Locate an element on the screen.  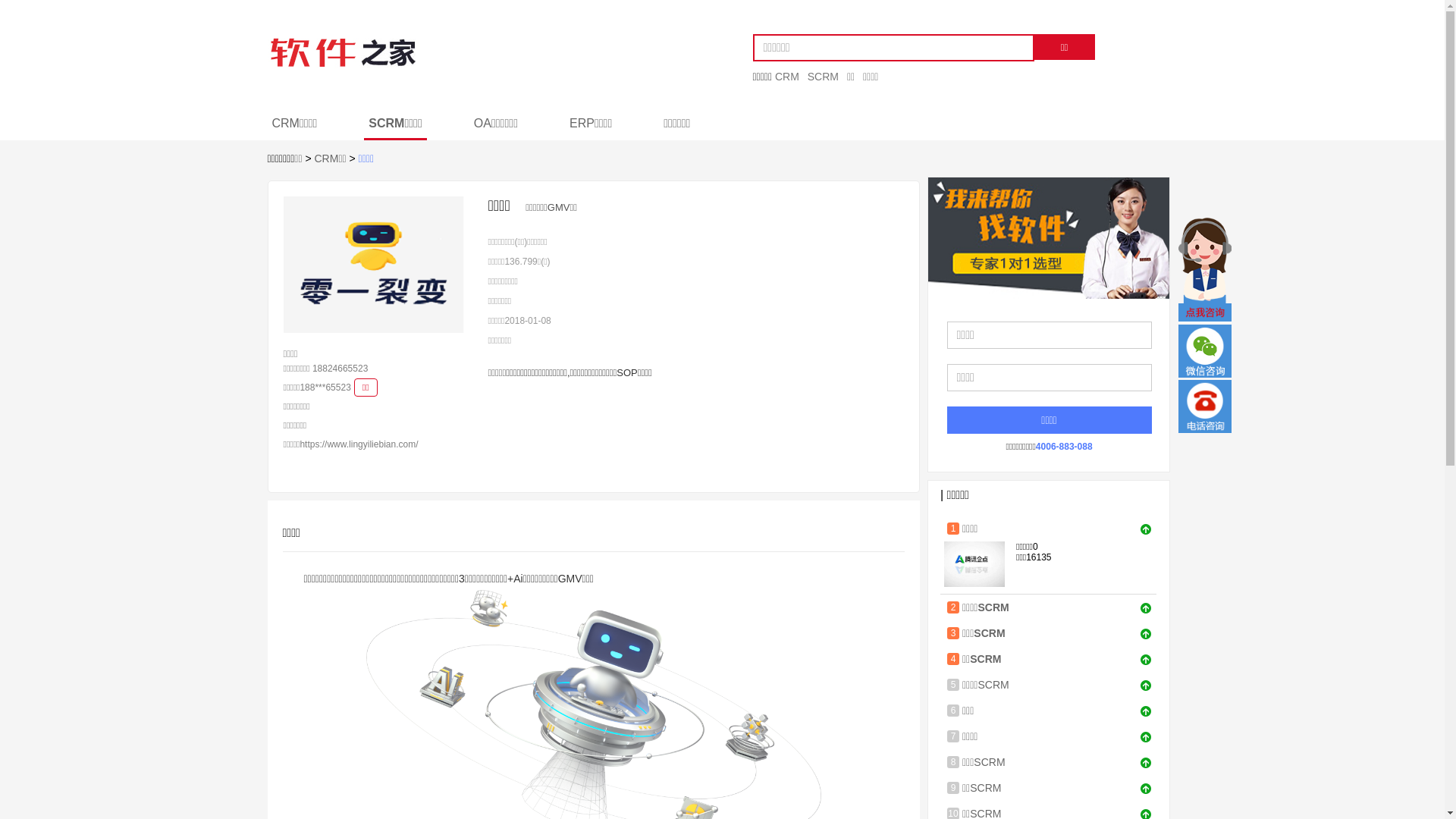
'CRM' is located at coordinates (789, 76).